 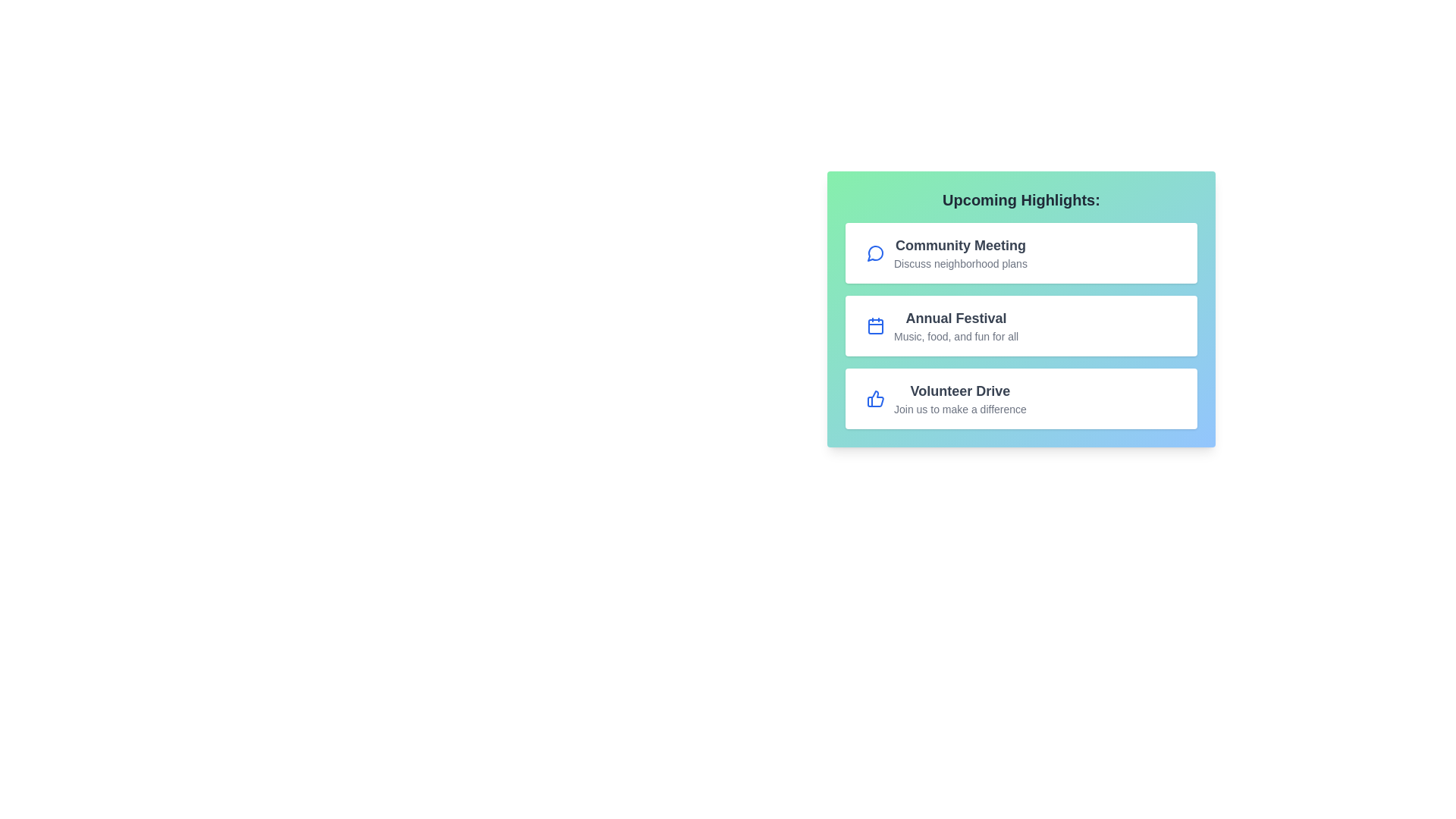 What do you see at coordinates (876, 325) in the screenshot?
I see `the icon associated with the Annual Festival event` at bounding box center [876, 325].